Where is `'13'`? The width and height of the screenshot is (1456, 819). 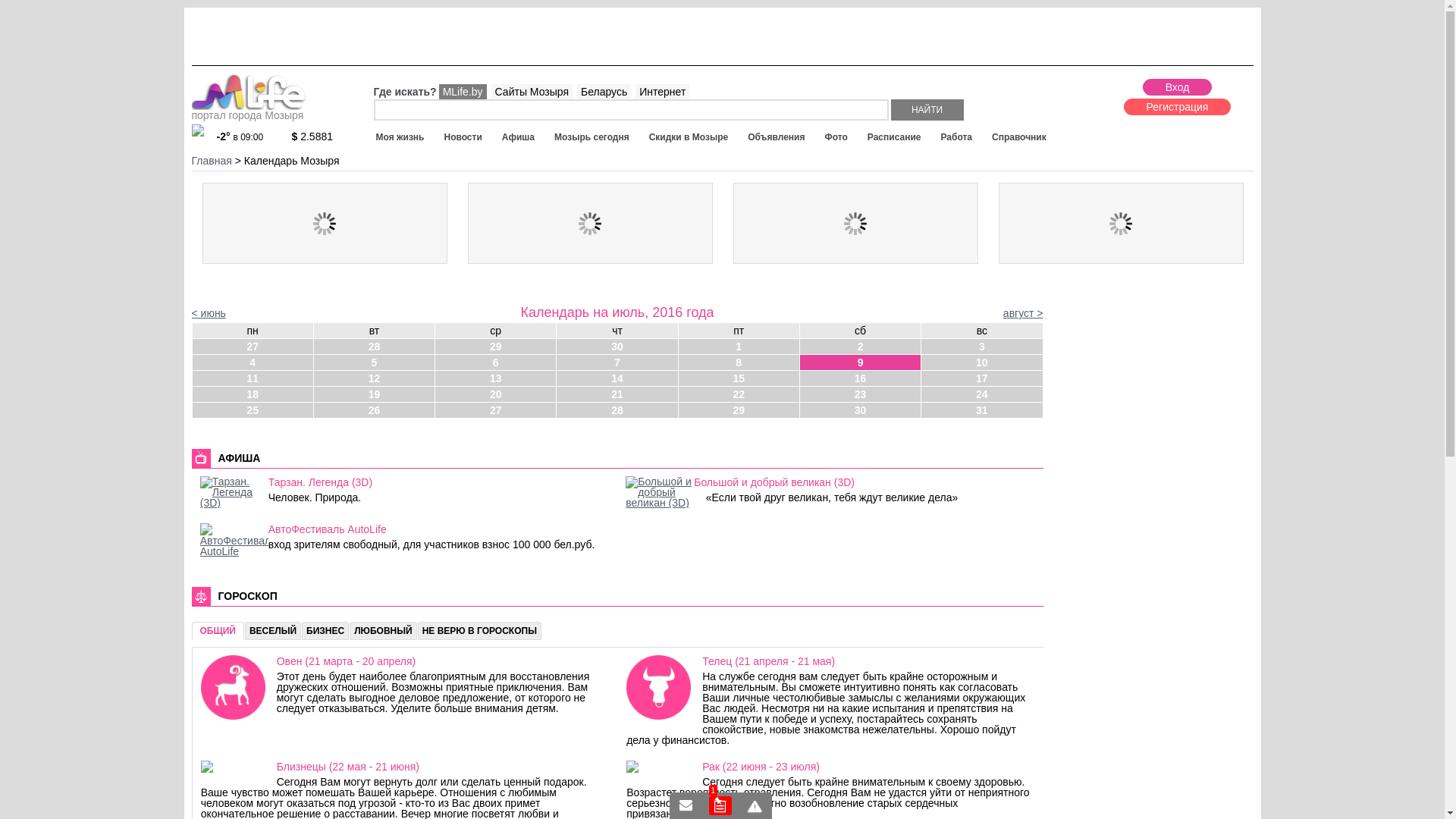
'13' is located at coordinates (495, 377).